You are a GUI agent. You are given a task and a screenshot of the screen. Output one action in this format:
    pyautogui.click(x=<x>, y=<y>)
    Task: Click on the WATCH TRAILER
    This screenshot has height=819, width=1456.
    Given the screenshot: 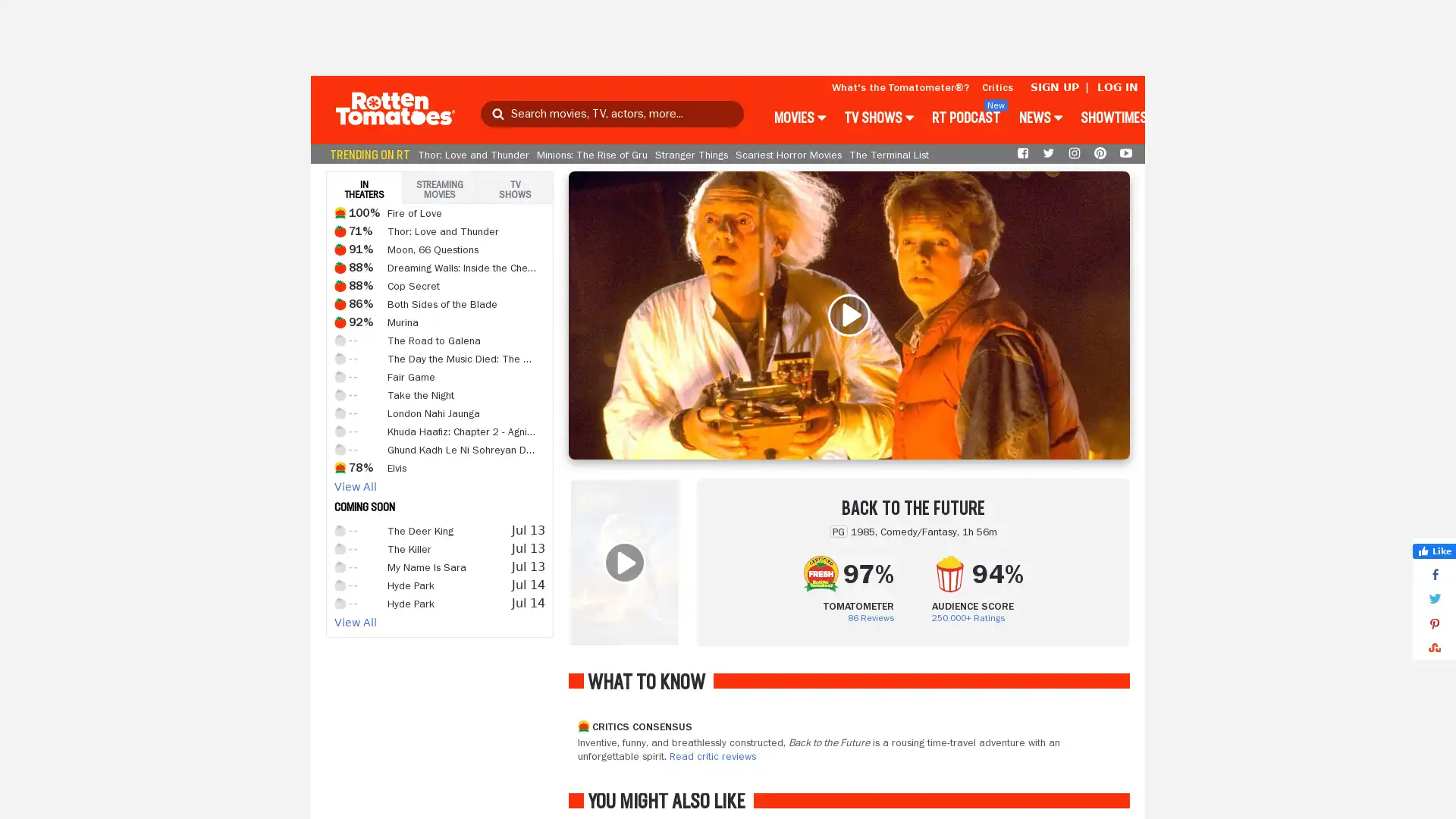 What is the action you would take?
    pyautogui.click(x=625, y=561)
    